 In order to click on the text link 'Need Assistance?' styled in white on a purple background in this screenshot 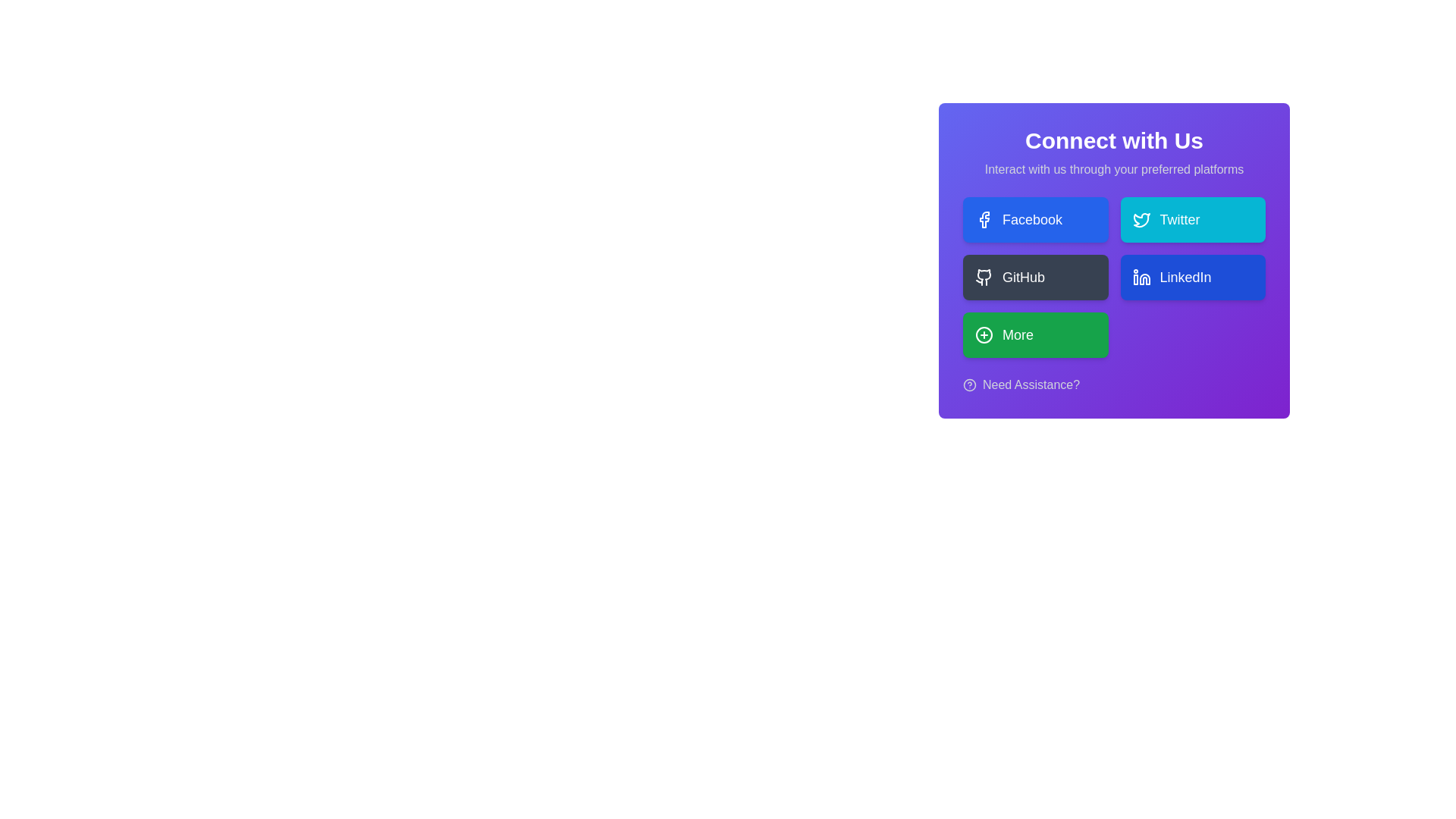, I will do `click(1031, 384)`.